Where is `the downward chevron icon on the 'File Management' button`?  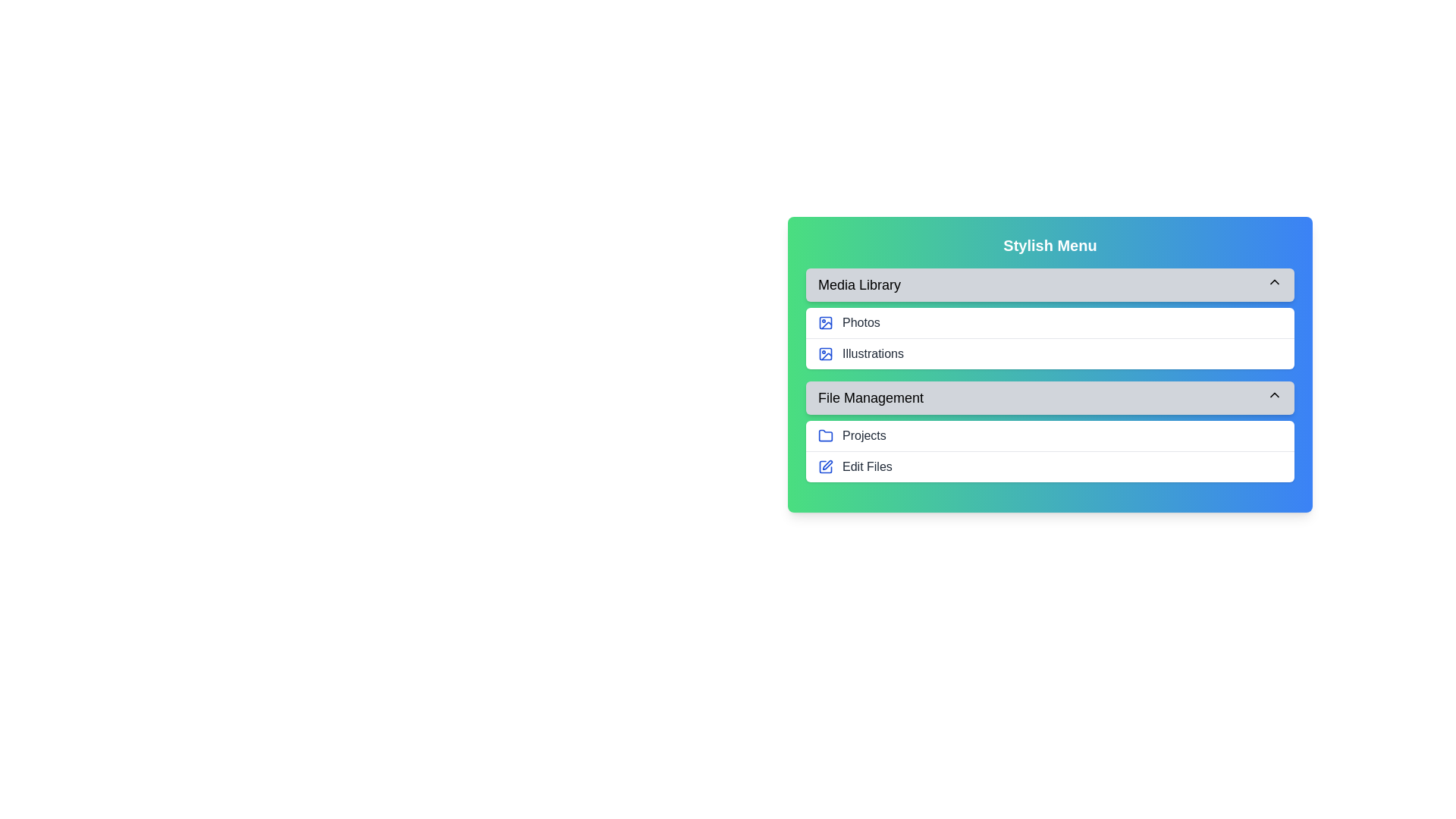
the downward chevron icon on the 'File Management' button is located at coordinates (1274, 394).